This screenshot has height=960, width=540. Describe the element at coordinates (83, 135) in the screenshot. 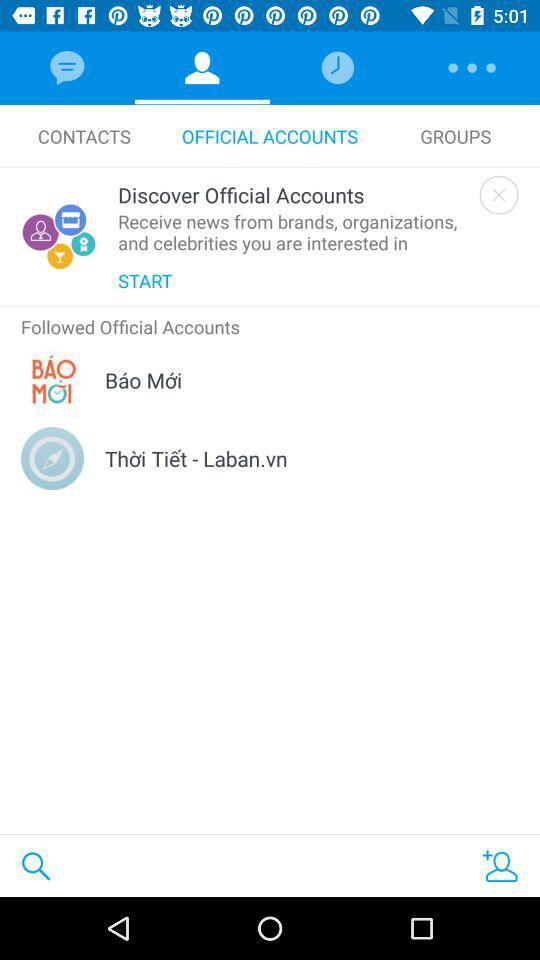

I see `contacts item` at that location.